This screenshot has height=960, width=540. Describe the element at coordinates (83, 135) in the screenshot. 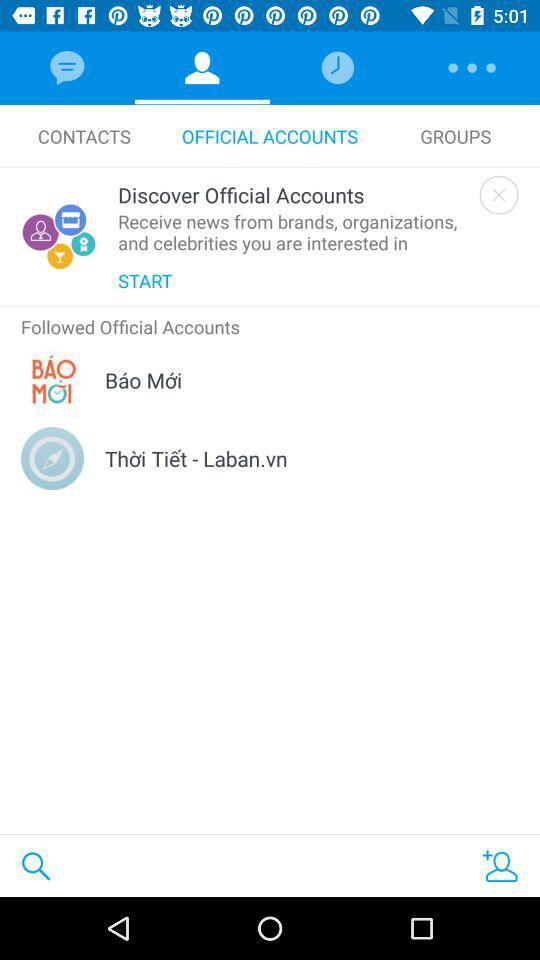

I see `contacts item` at that location.